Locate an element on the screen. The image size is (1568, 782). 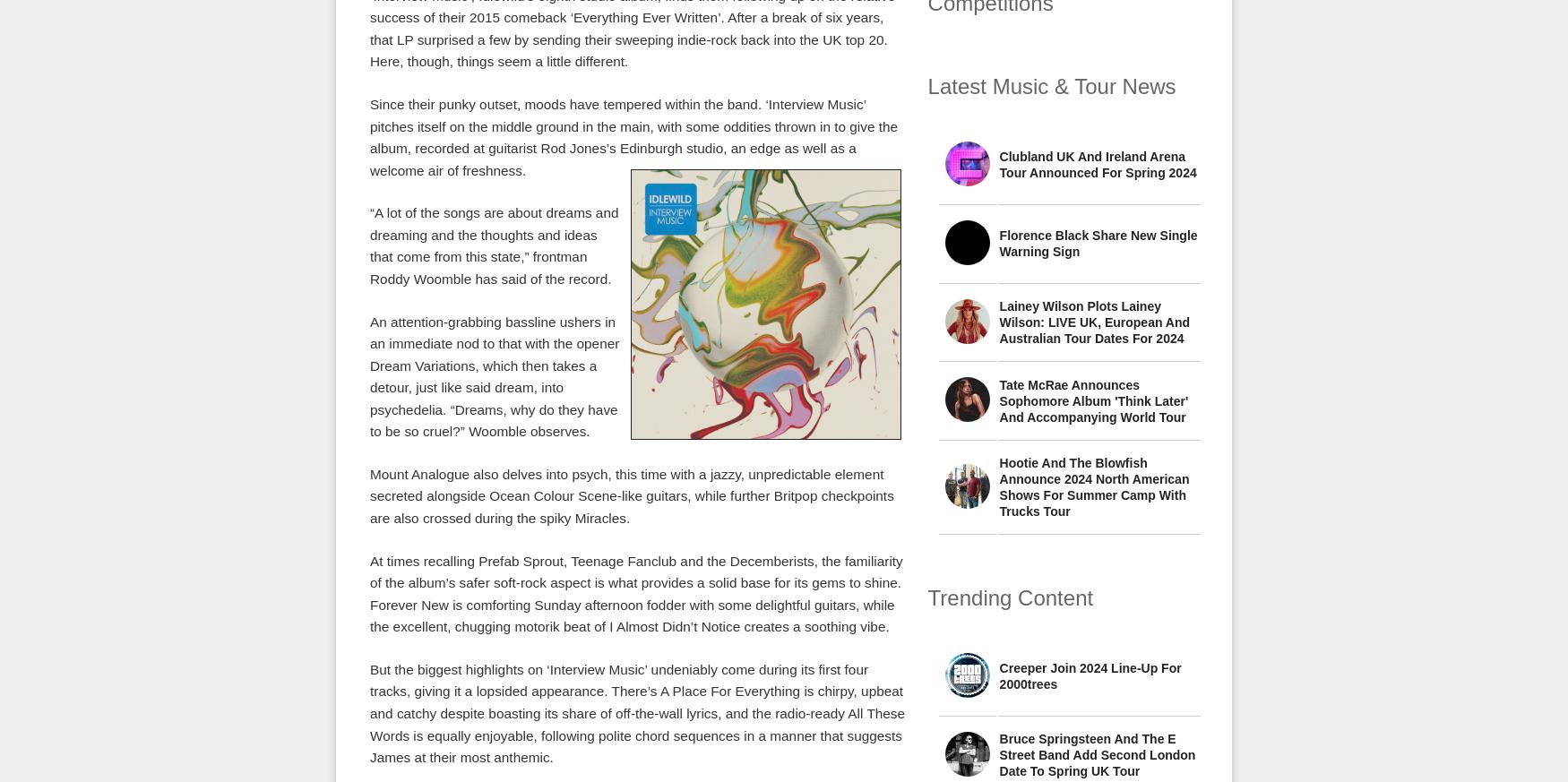
'Bruce Springsteen And The E Street Band Add Second London Date To Spring UK Tour' is located at coordinates (1097, 754).